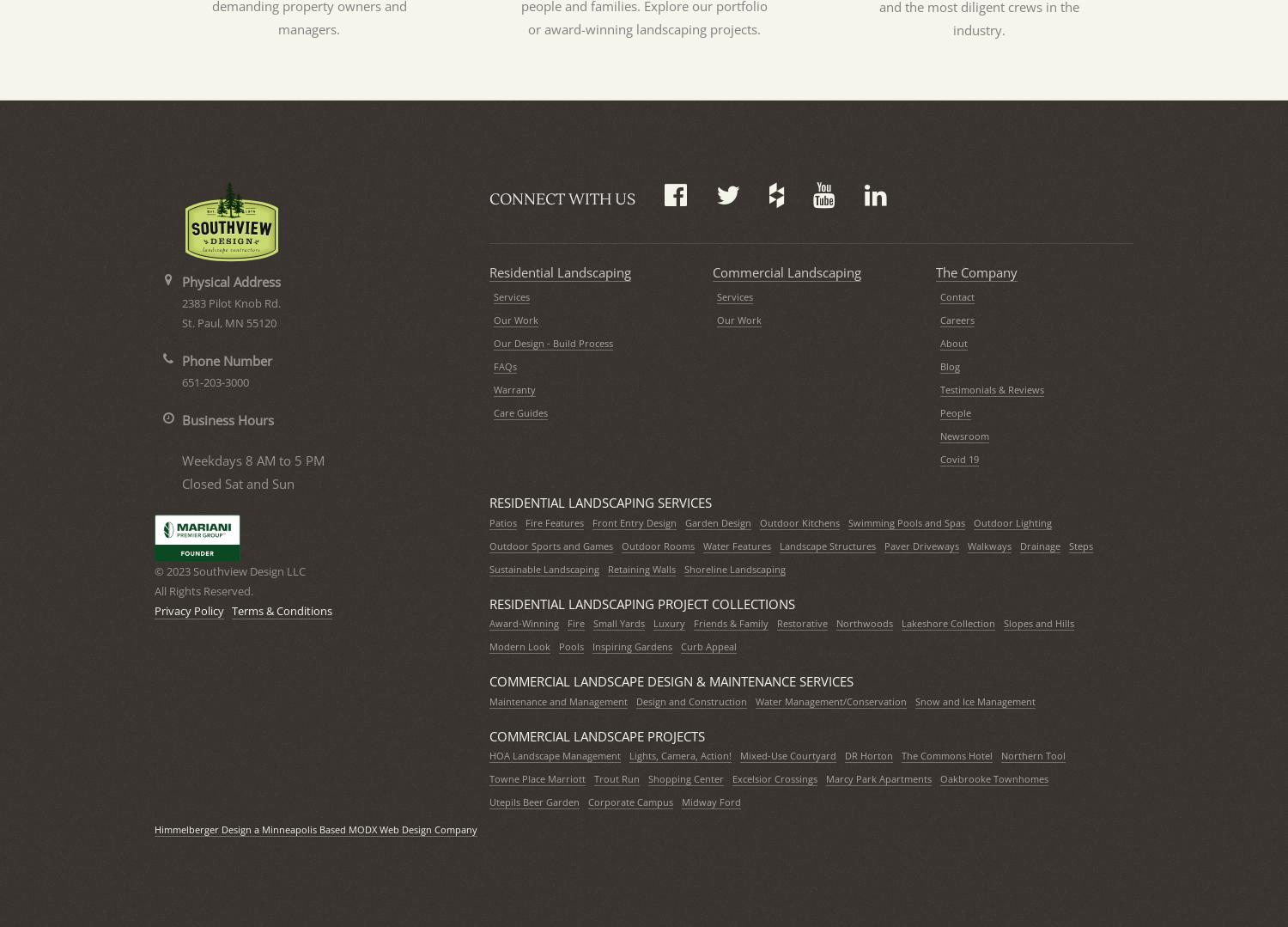 Image resolution: width=1288 pixels, height=927 pixels. What do you see at coordinates (989, 544) in the screenshot?
I see `'Walkways'` at bounding box center [989, 544].